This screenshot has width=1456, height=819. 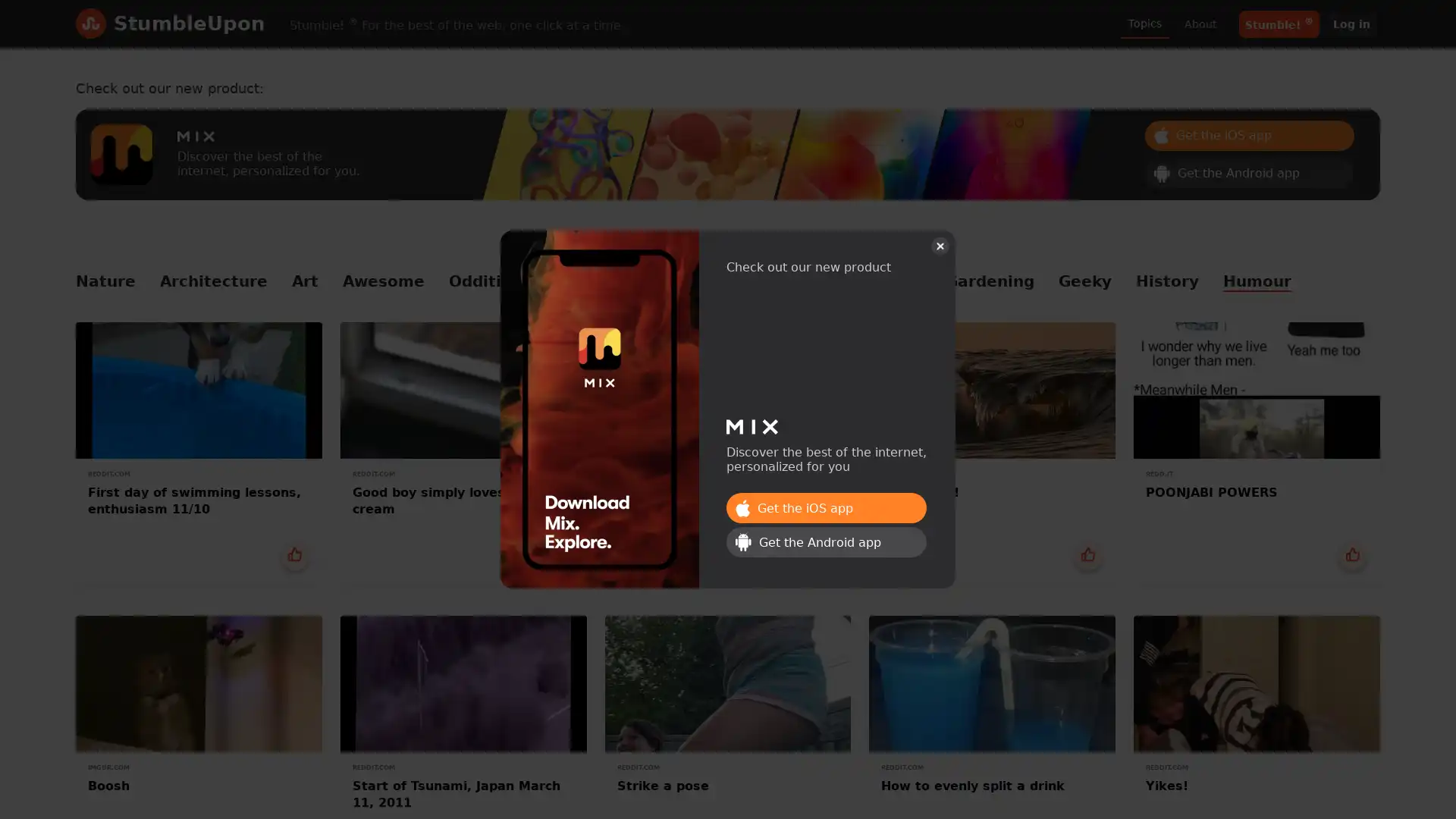 What do you see at coordinates (825, 541) in the screenshot?
I see `Header Image 1 Get the Android app` at bounding box center [825, 541].